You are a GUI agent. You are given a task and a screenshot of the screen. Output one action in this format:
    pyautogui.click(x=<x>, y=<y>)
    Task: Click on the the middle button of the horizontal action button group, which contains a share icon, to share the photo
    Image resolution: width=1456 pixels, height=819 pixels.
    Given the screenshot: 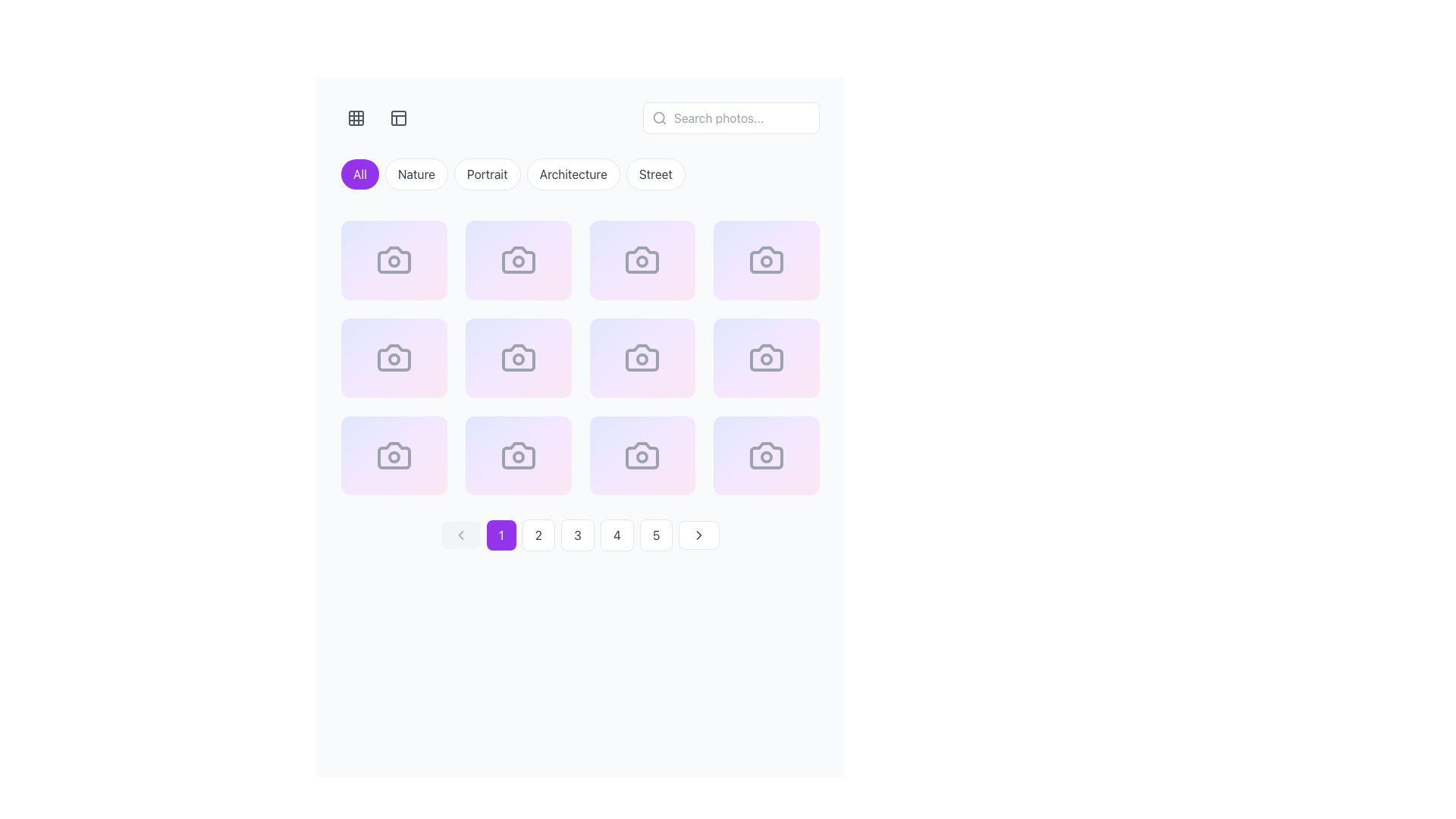 What is the action you would take?
    pyautogui.click(x=518, y=275)
    